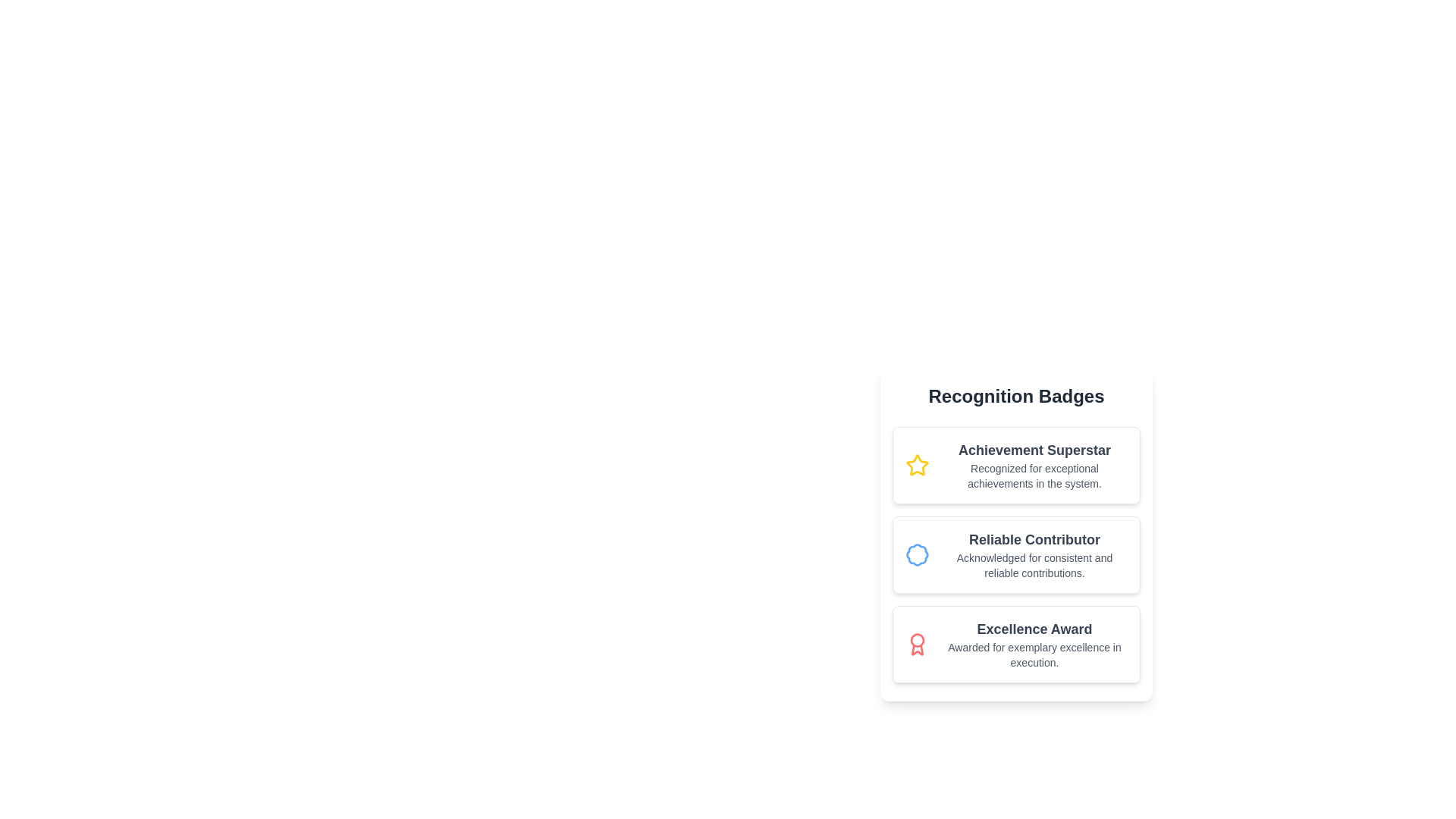 This screenshot has width=1456, height=819. I want to click on the yellow star icon with a hollow center in the 'Achievement Superstar' badge of the 'Recognition Badges' section, so click(923, 464).